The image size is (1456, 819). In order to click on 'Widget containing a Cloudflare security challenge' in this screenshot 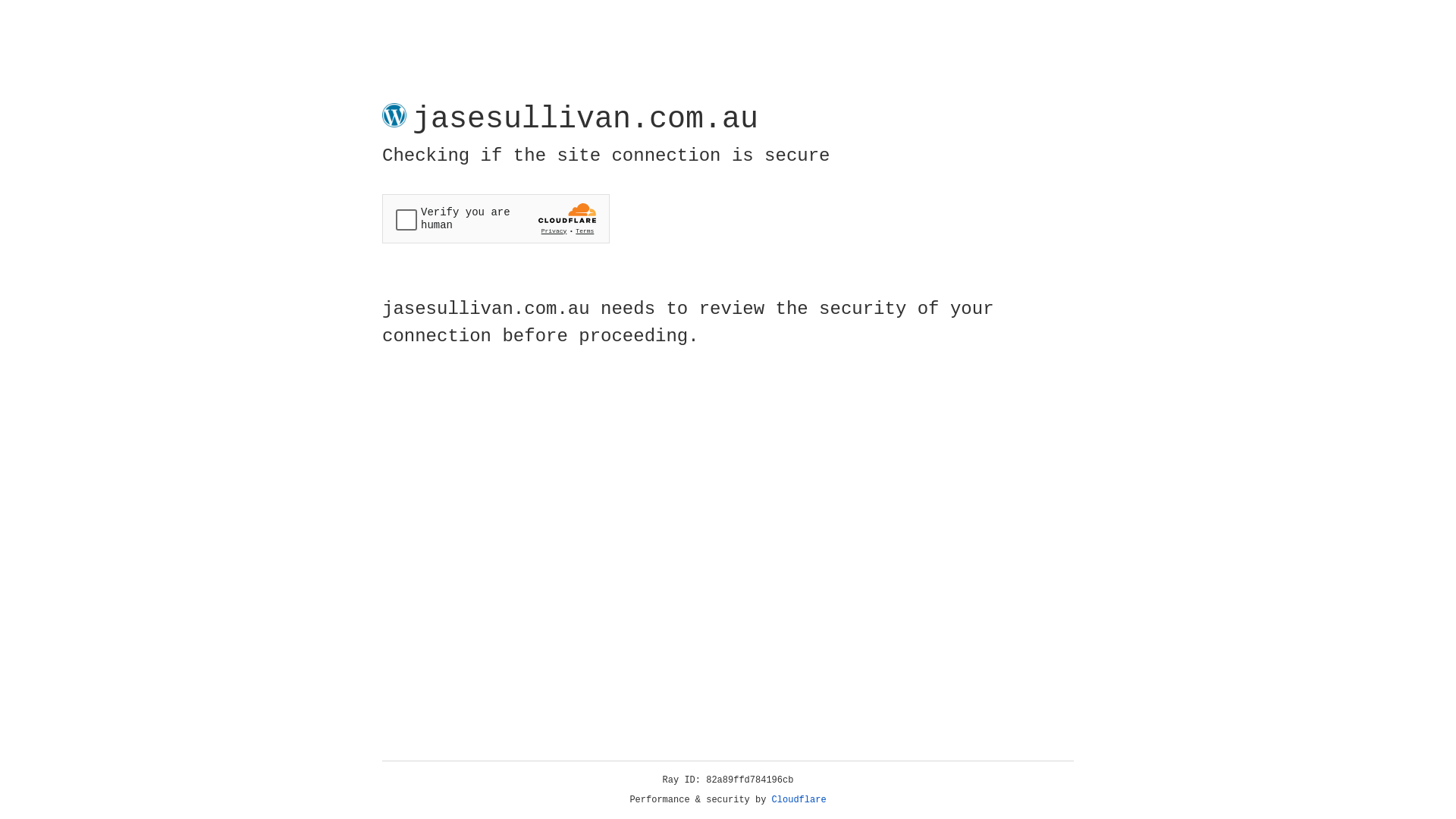, I will do `click(495, 218)`.